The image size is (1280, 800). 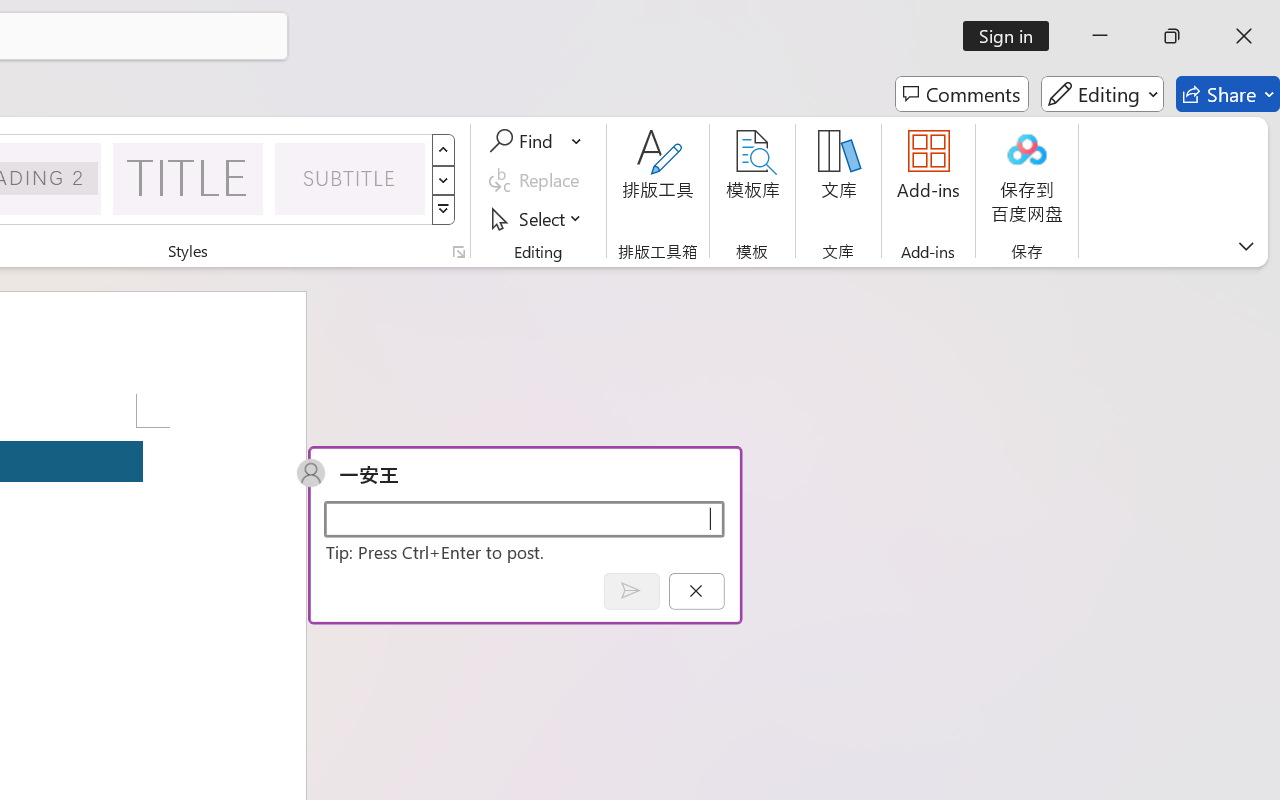 I want to click on 'Editing', so click(x=1101, y=94).